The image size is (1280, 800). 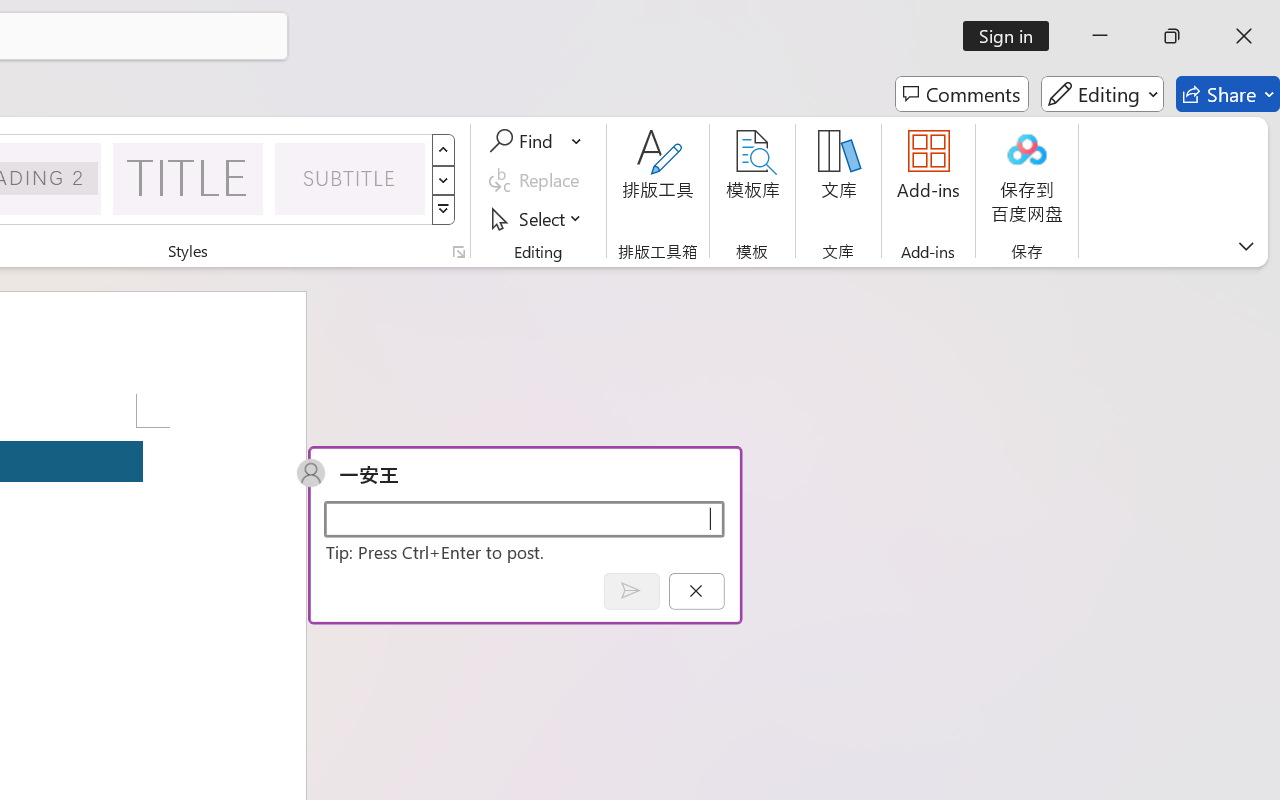 I want to click on 'Editing', so click(x=1101, y=94).